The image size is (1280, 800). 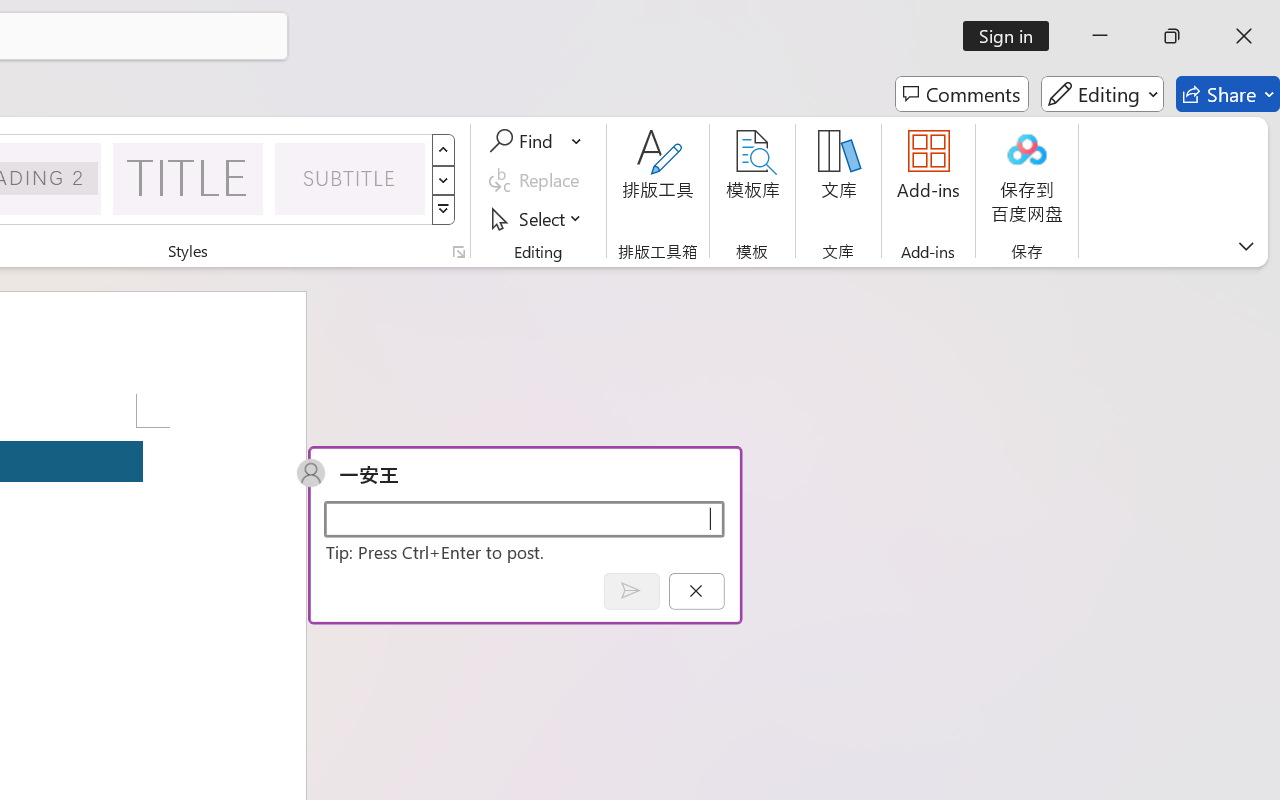 I want to click on 'Editing', so click(x=1101, y=94).